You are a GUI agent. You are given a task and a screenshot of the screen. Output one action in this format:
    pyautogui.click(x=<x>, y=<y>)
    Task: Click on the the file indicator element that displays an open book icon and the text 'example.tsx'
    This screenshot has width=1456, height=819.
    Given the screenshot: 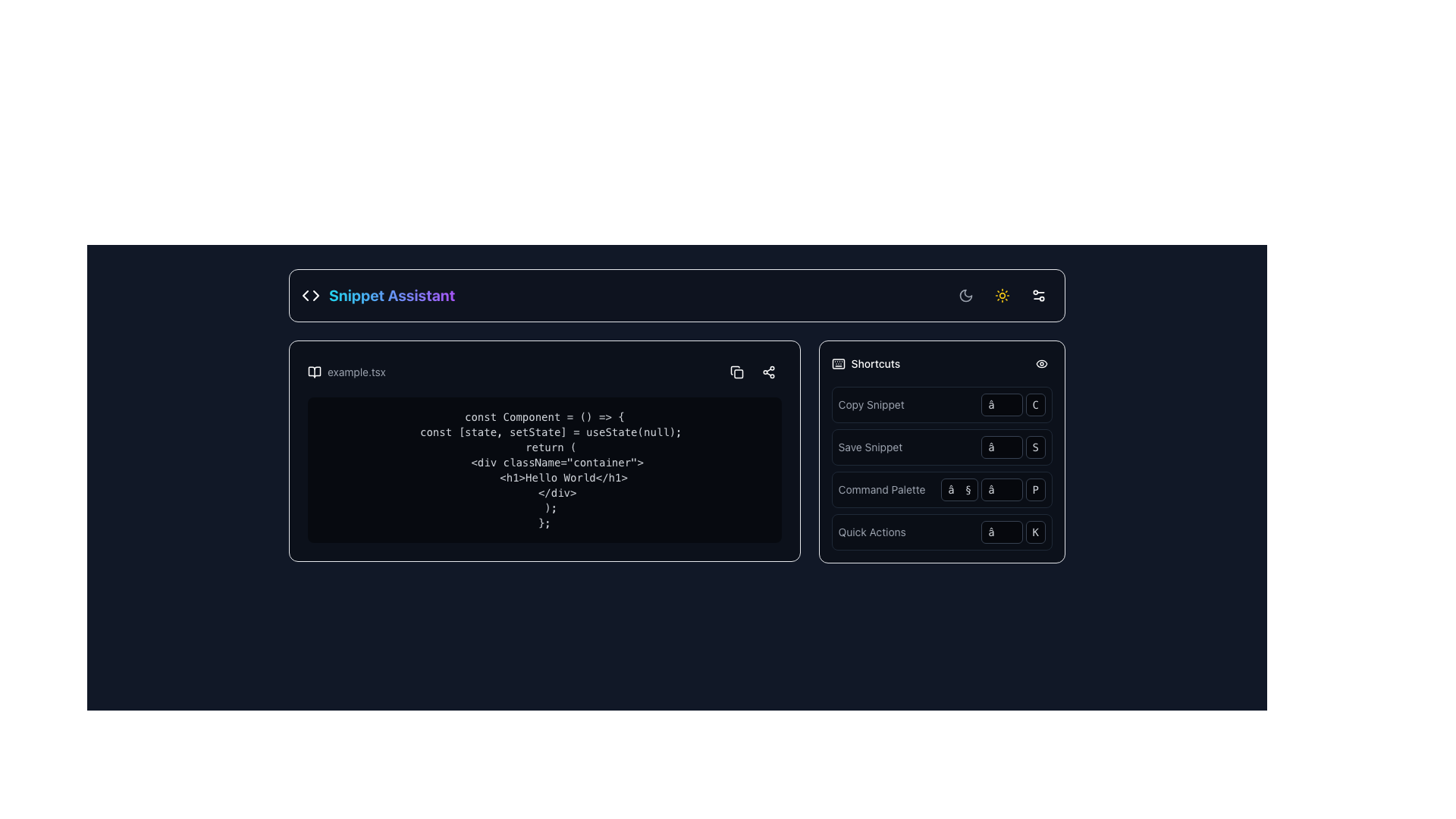 What is the action you would take?
    pyautogui.click(x=346, y=372)
    